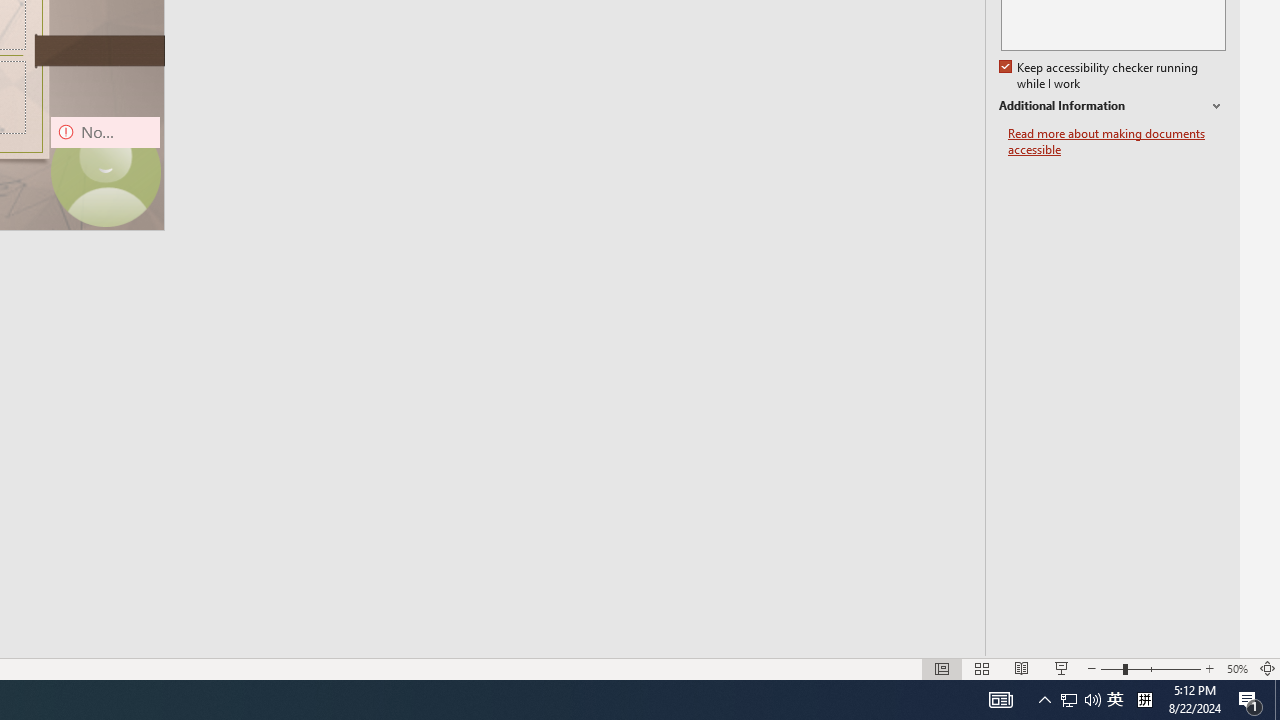 The height and width of the screenshot is (720, 1280). What do you see at coordinates (1116, 141) in the screenshot?
I see `'Read more about making documents accessible'` at bounding box center [1116, 141].